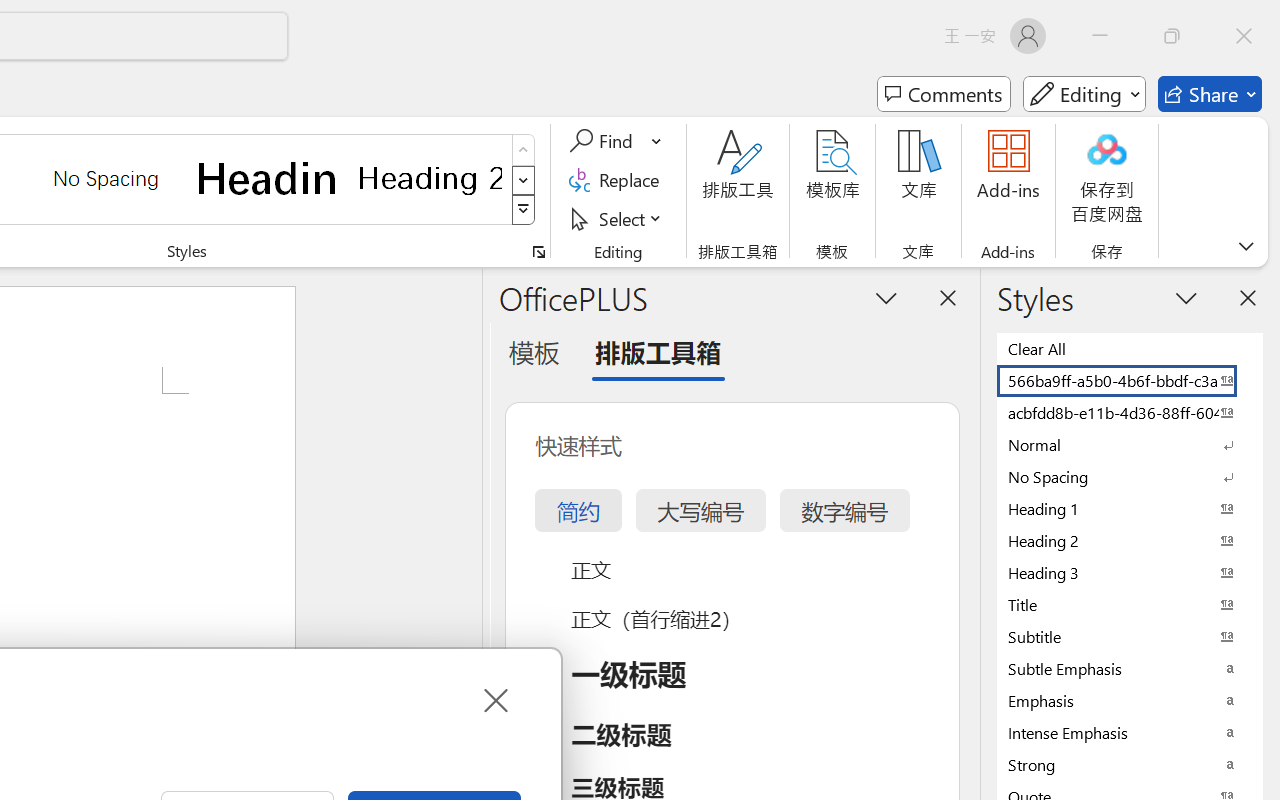  Describe the element at coordinates (494, 700) in the screenshot. I see `'Close'` at that location.